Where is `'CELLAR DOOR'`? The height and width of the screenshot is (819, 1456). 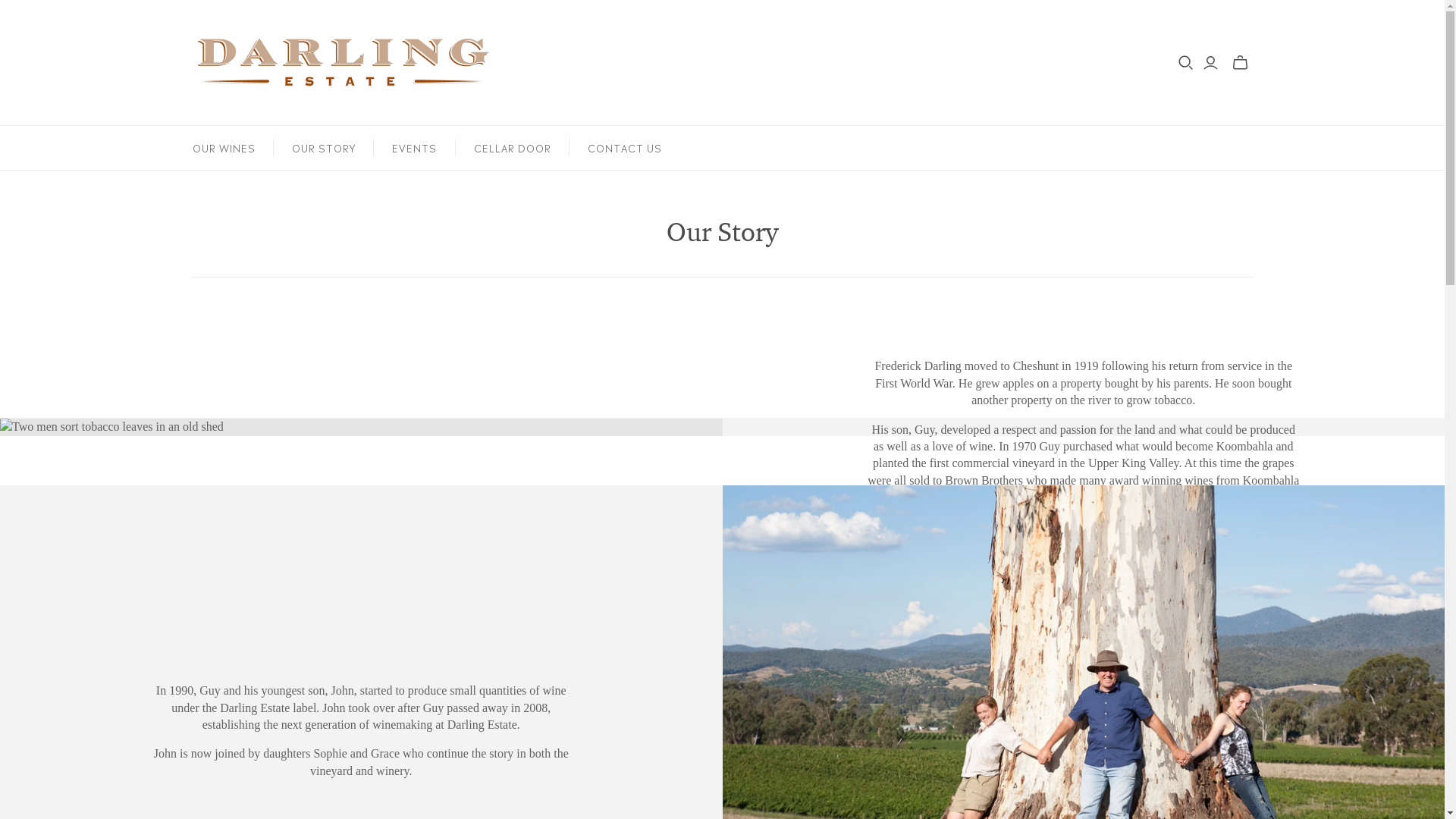 'CELLAR DOOR' is located at coordinates (512, 148).